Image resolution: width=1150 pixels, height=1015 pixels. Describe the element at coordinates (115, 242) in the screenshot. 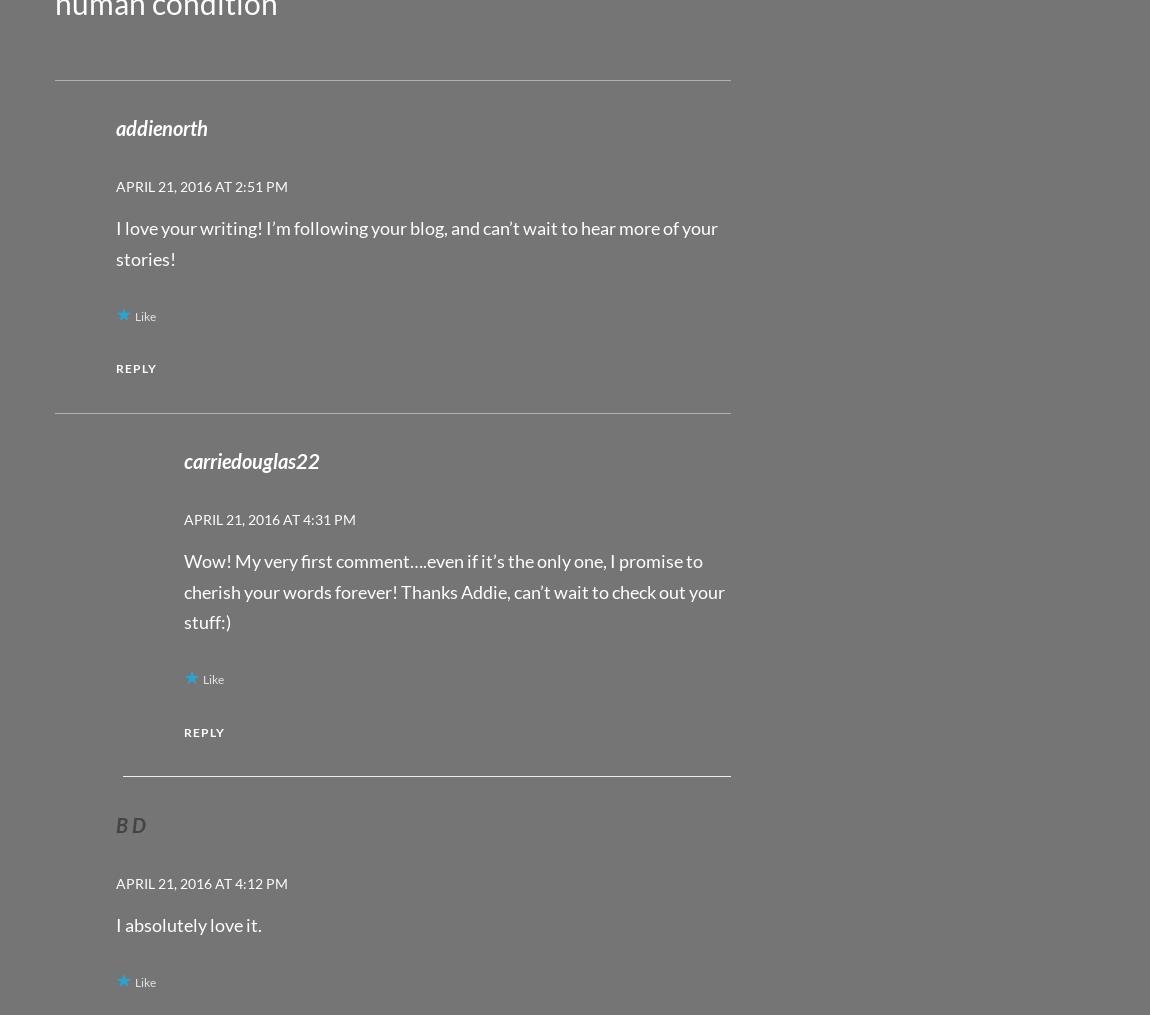

I see `'I love your writing!  I’m following your blog, and can’t wait to hear more of your stories!'` at that location.